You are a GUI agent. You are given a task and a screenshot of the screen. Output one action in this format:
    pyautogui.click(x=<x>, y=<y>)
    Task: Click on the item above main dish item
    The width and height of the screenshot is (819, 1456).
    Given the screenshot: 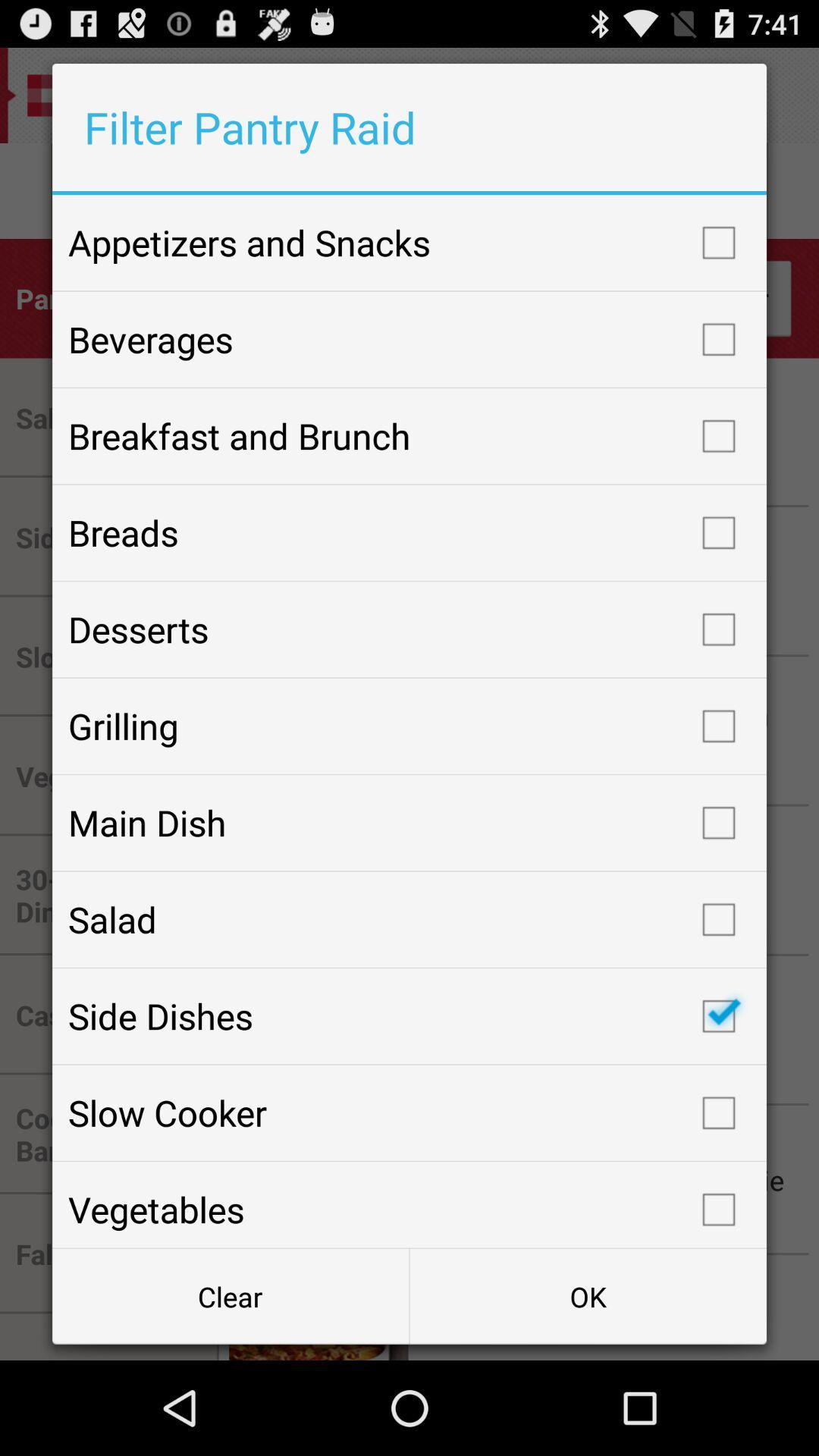 What is the action you would take?
    pyautogui.click(x=409, y=725)
    